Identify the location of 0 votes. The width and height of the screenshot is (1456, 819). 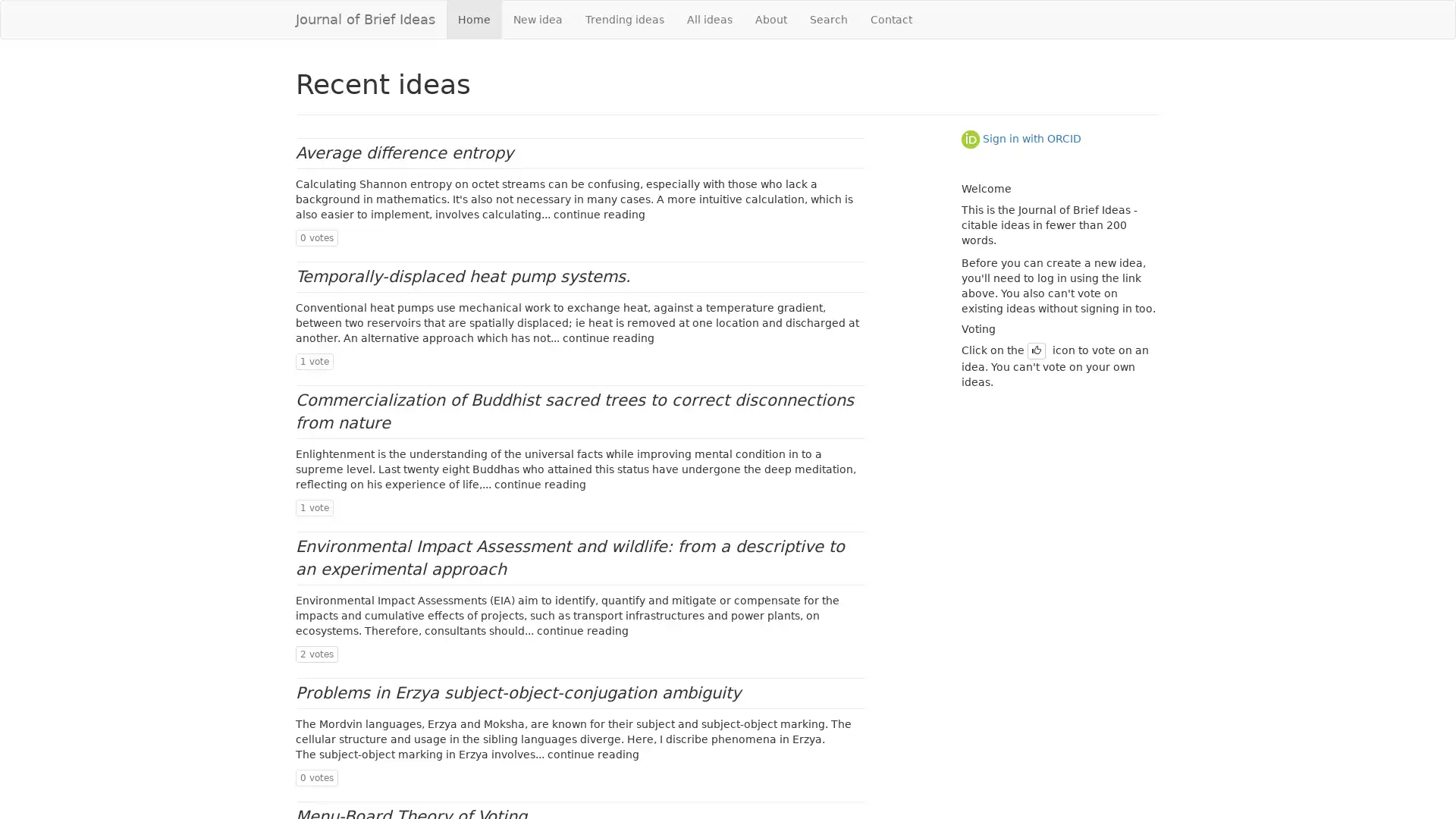
(315, 237).